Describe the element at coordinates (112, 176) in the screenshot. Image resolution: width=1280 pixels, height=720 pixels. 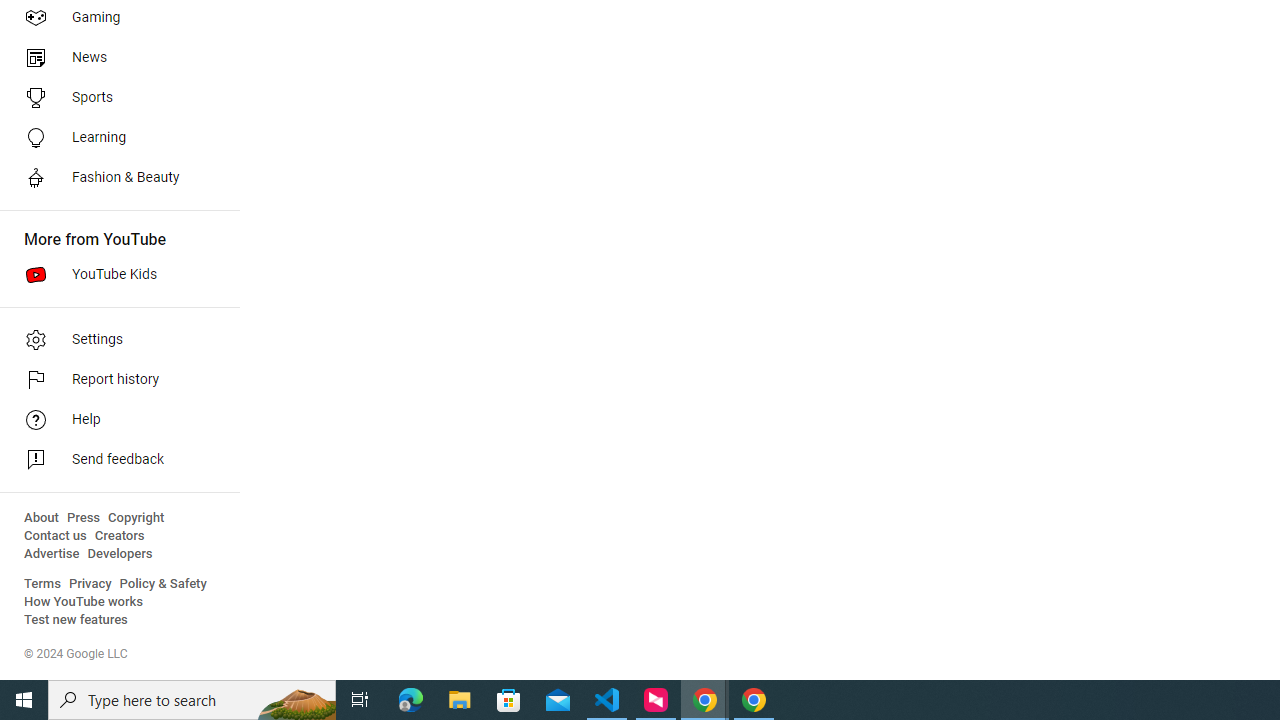
I see `'Fashion & Beauty'` at that location.